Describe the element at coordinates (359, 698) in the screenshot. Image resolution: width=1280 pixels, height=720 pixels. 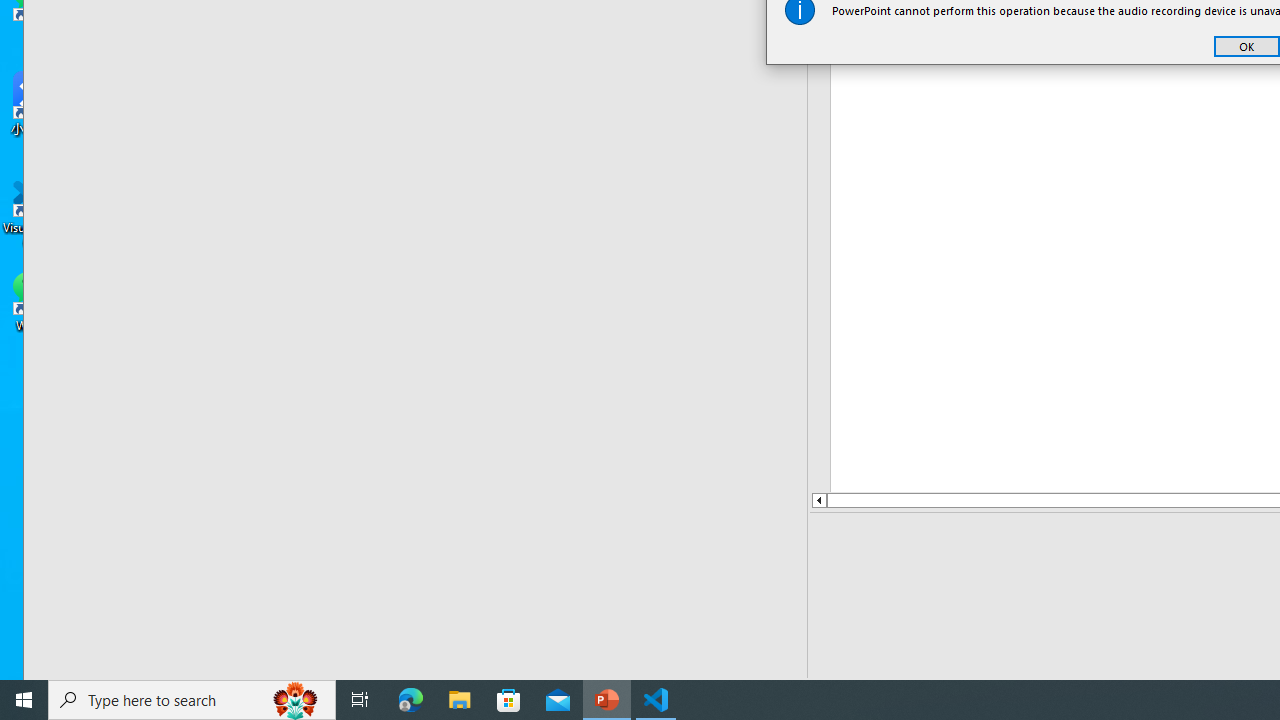
I see `'Task View'` at that location.